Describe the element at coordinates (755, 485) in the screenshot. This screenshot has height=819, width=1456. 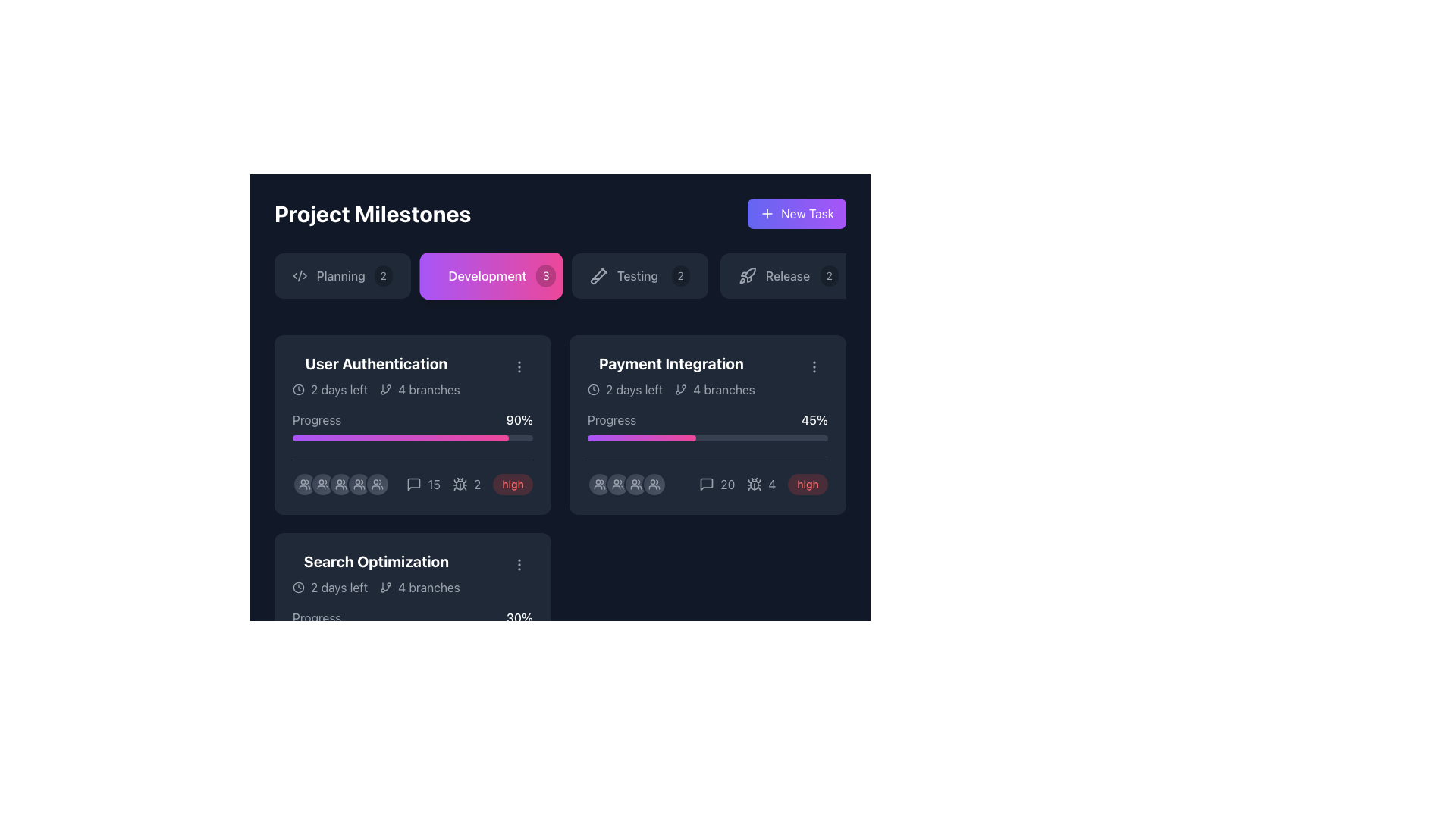
I see `the bug icon located in the 'Payment Integration' section, which is positioned to the left of the gray text '4'` at that location.